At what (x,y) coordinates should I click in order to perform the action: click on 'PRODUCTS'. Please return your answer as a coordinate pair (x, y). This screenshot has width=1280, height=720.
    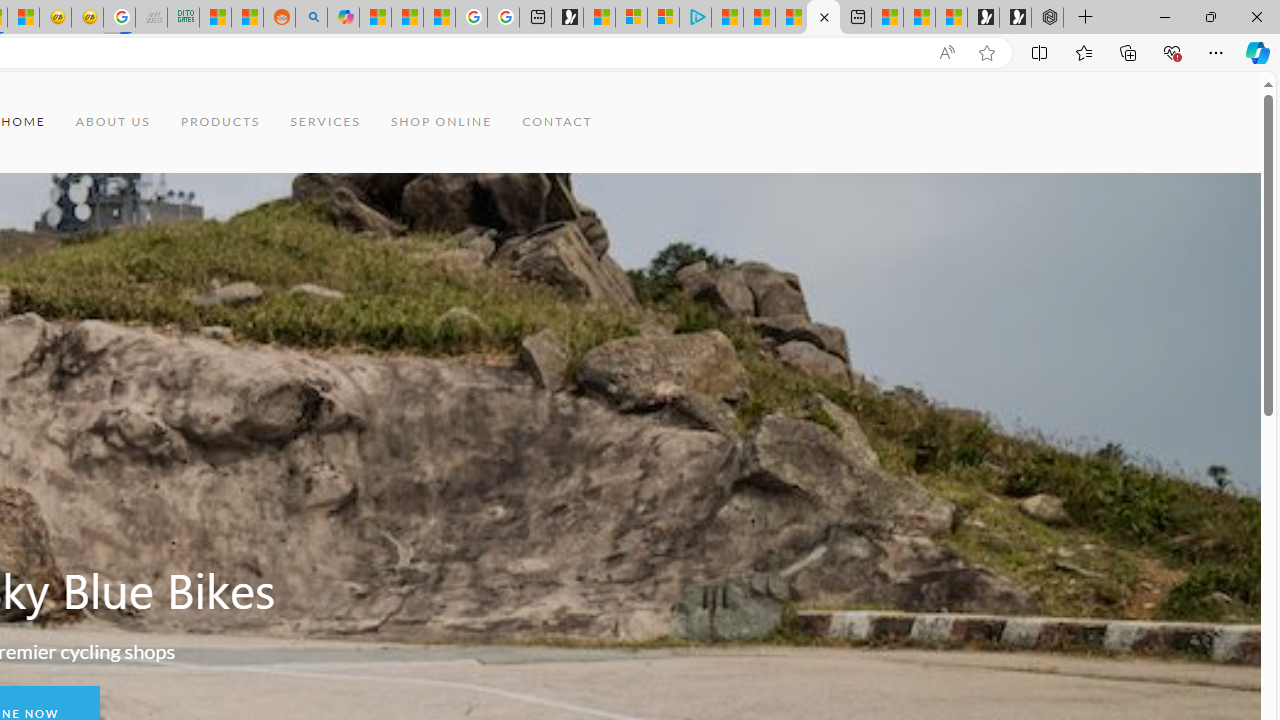
    Looking at the image, I should click on (220, 122).